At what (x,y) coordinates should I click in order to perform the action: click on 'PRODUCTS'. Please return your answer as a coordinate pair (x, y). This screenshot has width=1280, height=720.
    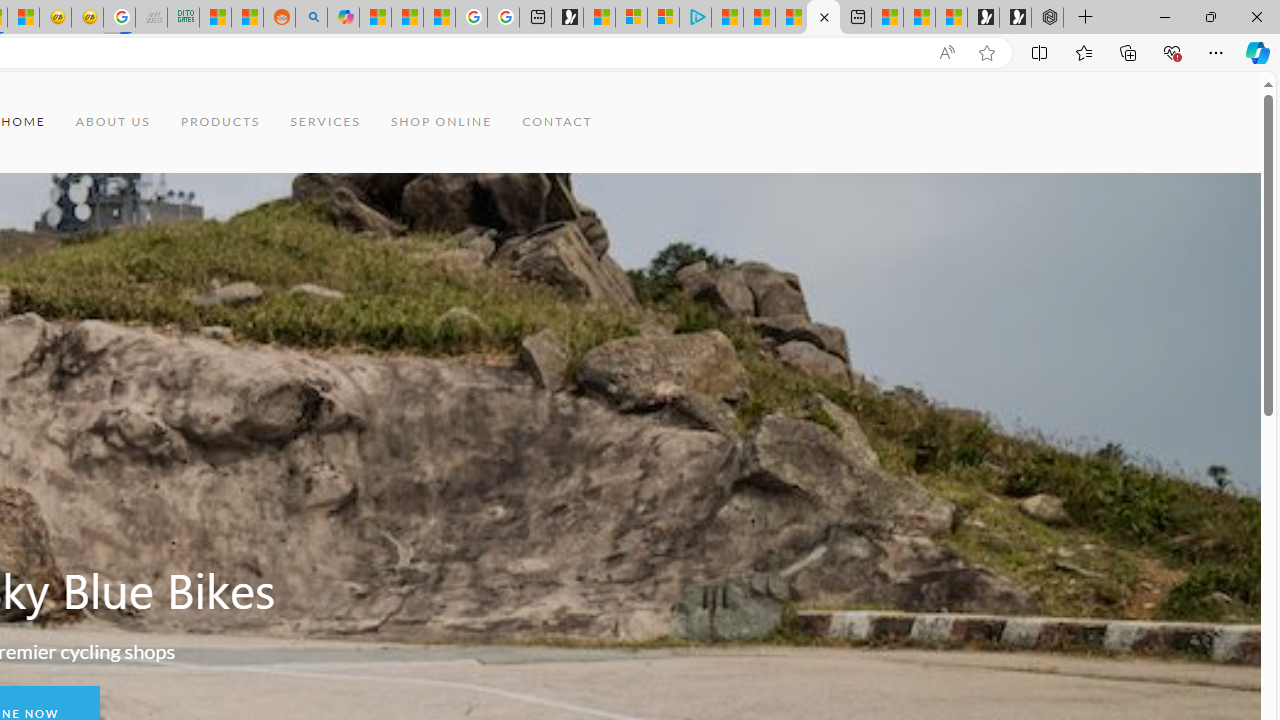
    Looking at the image, I should click on (220, 122).